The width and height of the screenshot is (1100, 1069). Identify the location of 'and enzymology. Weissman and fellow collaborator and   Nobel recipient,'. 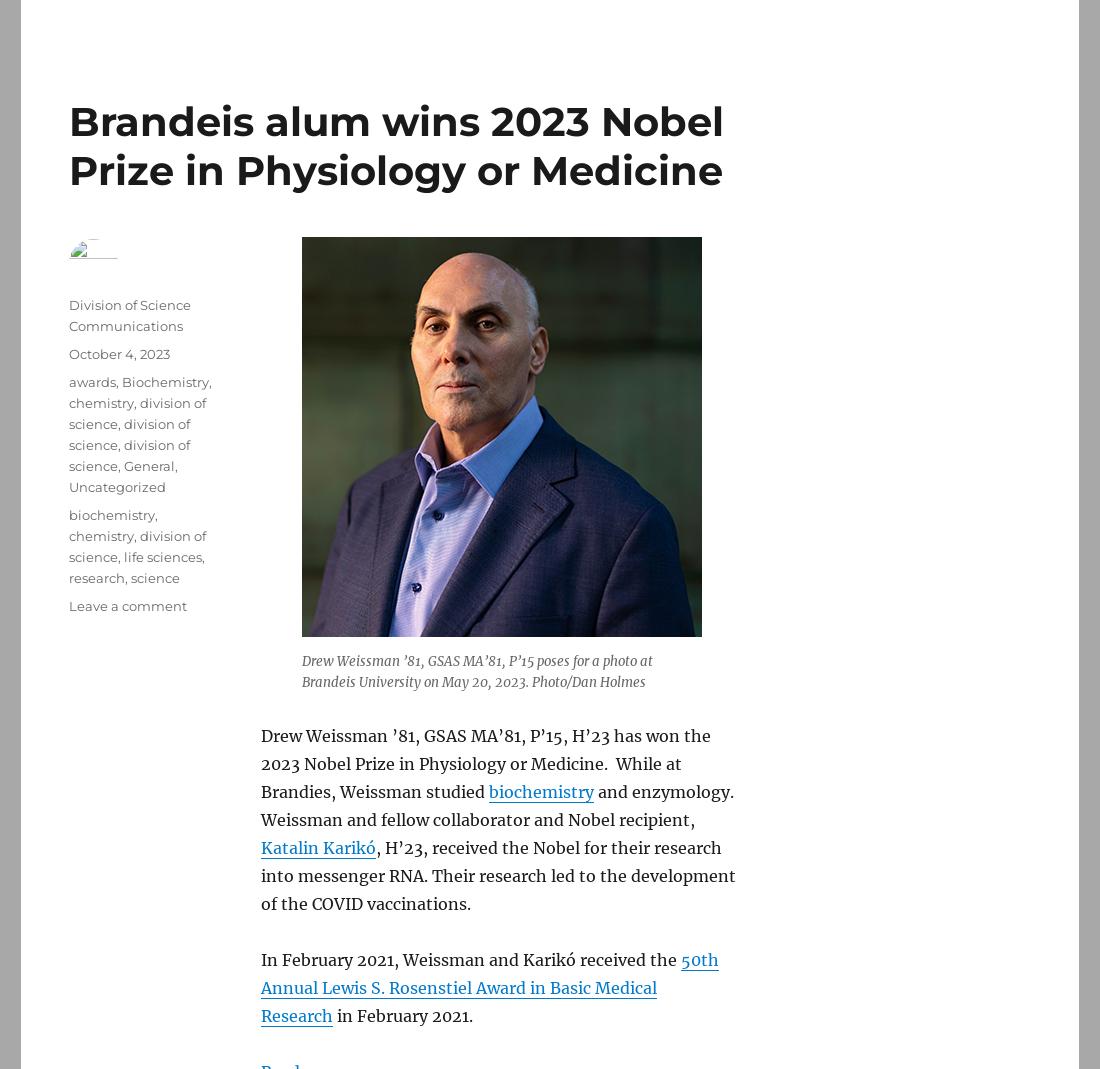
(497, 804).